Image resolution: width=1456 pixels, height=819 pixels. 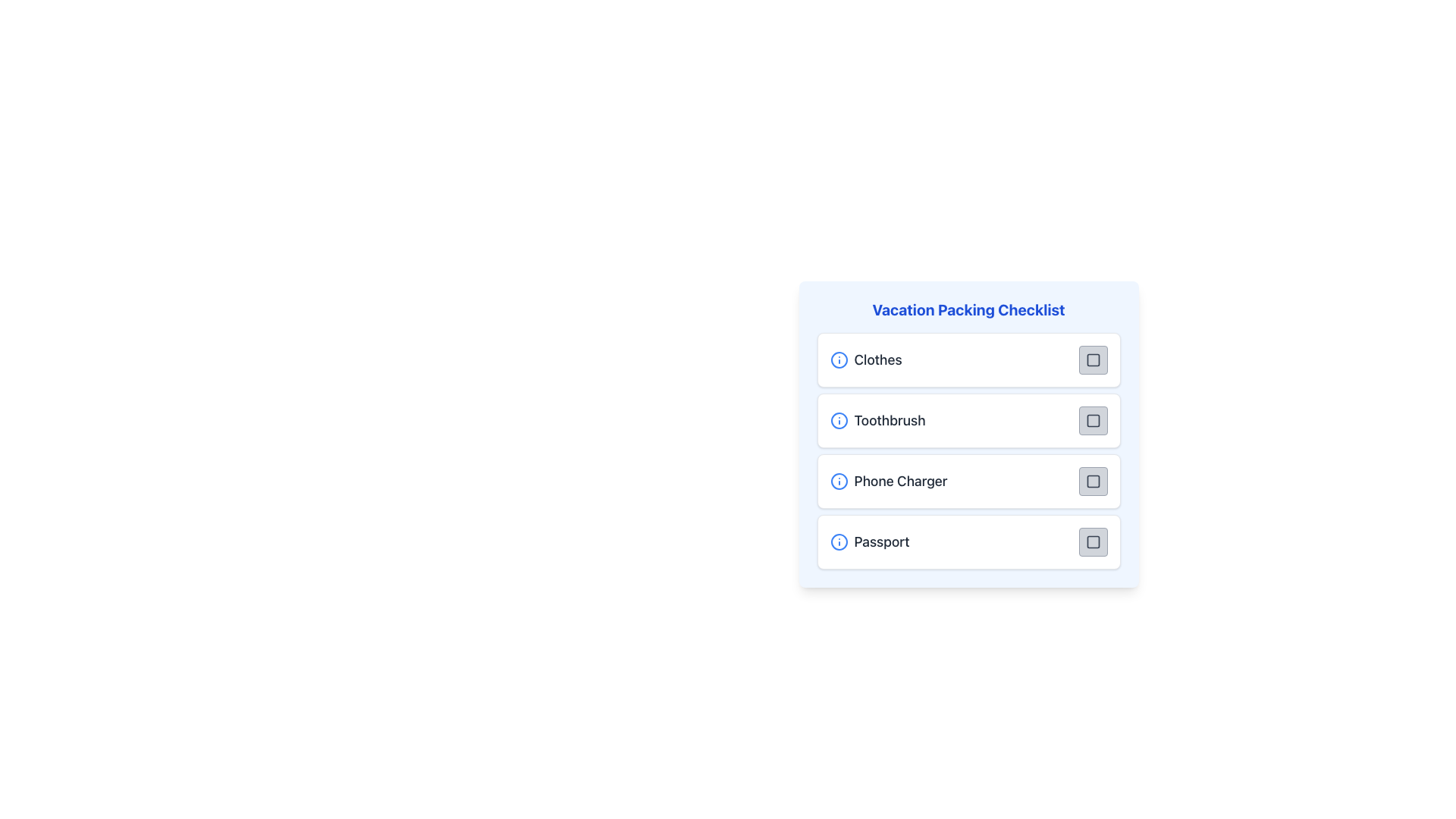 I want to click on label 'Toothbrush' from the second list item in the Vacation Packing Checklist, which is positioned between 'Clothes' and 'Phone Charger', so click(x=877, y=421).